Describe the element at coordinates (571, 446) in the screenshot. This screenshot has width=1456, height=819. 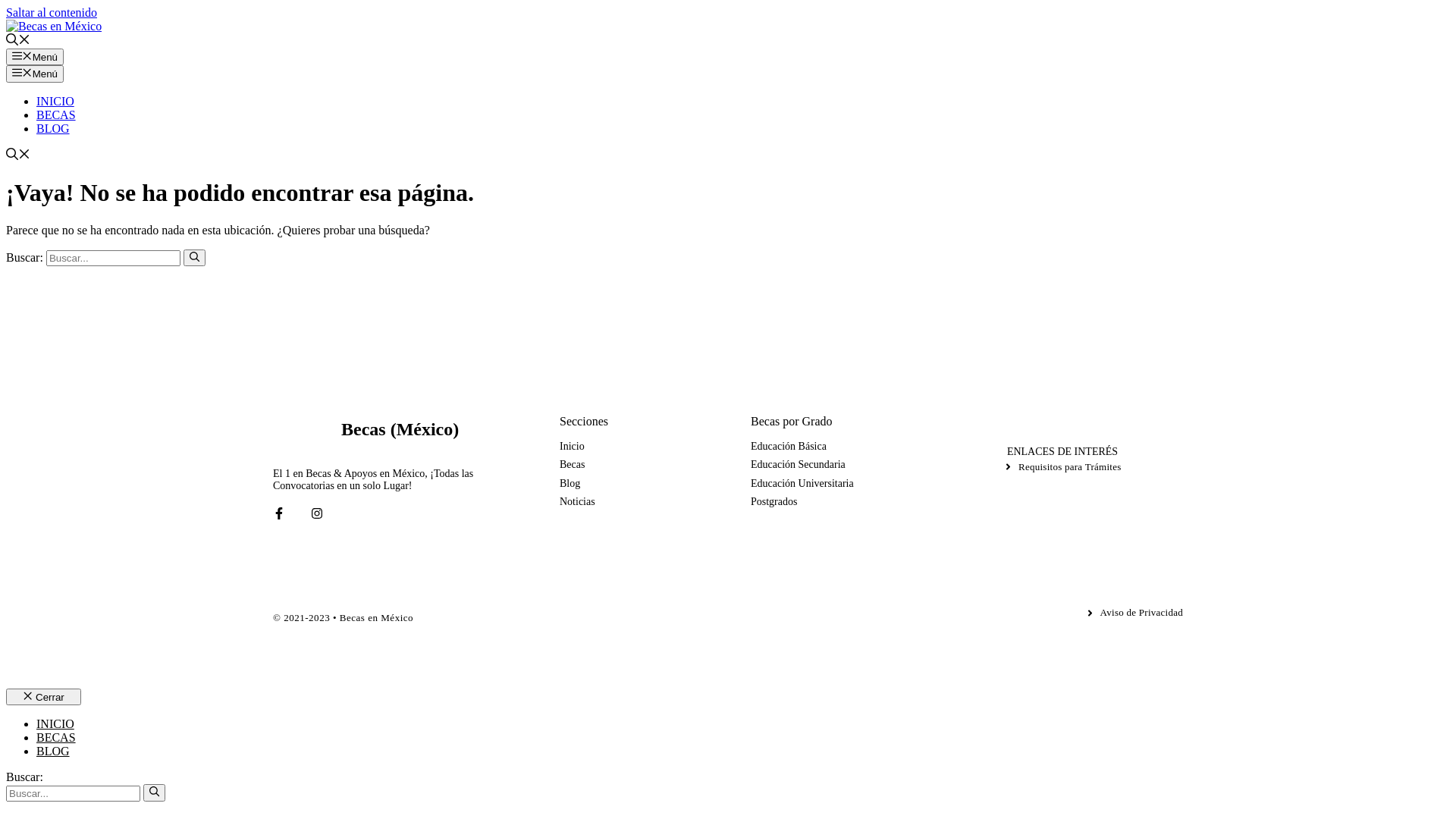
I see `'Inicio'` at that location.